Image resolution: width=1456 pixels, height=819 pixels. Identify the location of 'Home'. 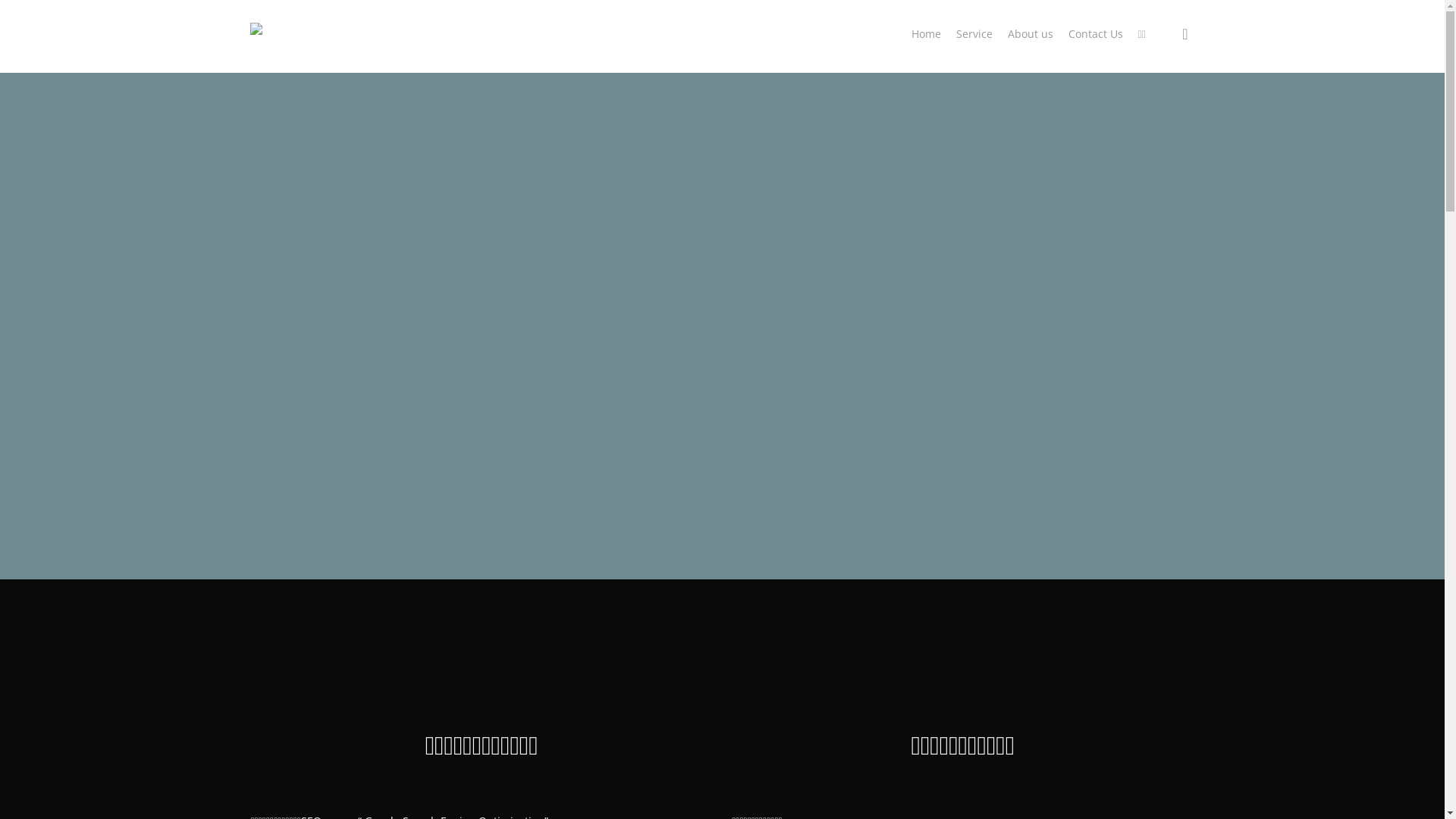
(910, 34).